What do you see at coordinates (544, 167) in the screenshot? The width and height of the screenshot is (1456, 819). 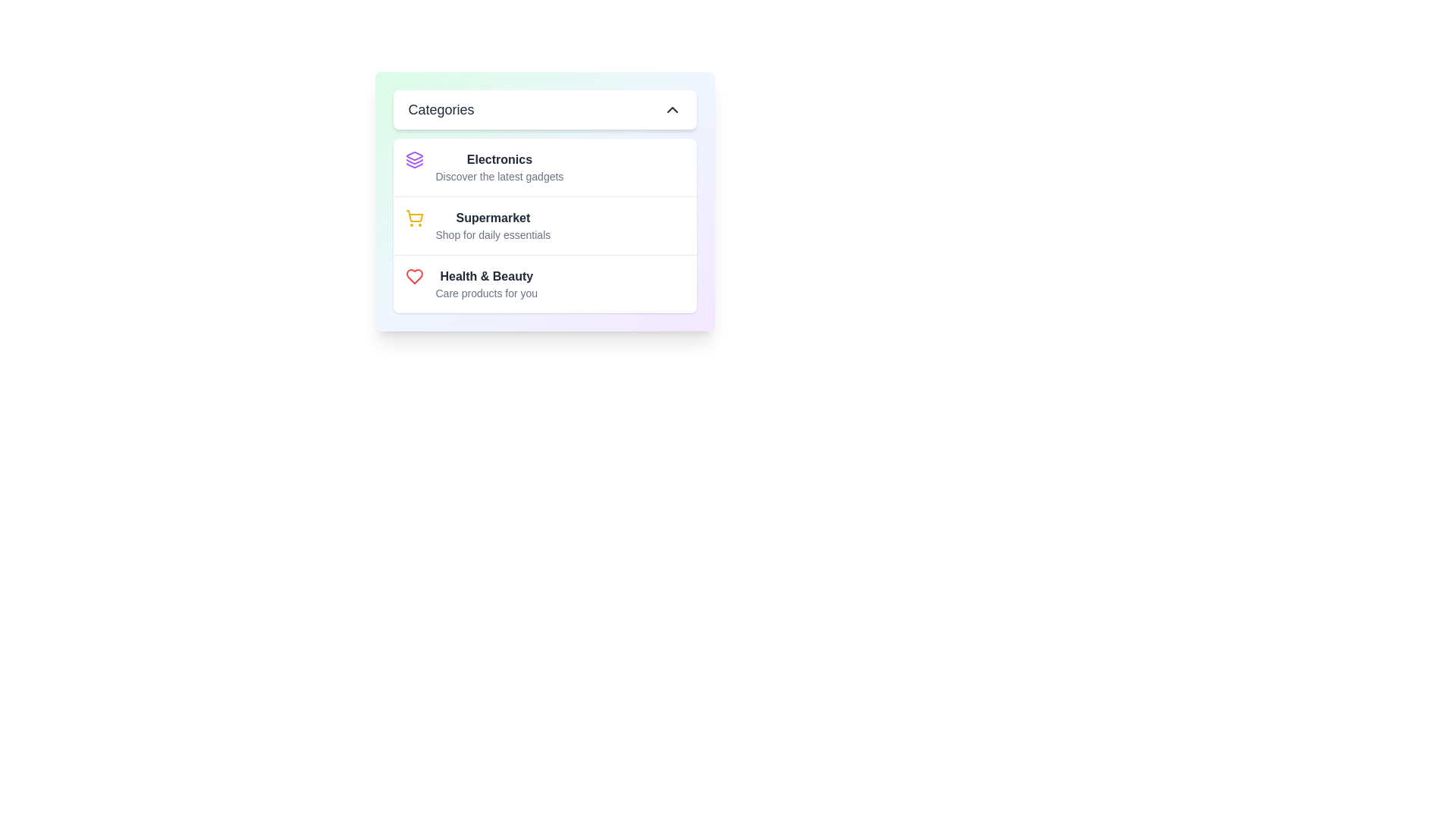 I see `the 'Electronics' menu item, which features a purple icon and bold title` at bounding box center [544, 167].